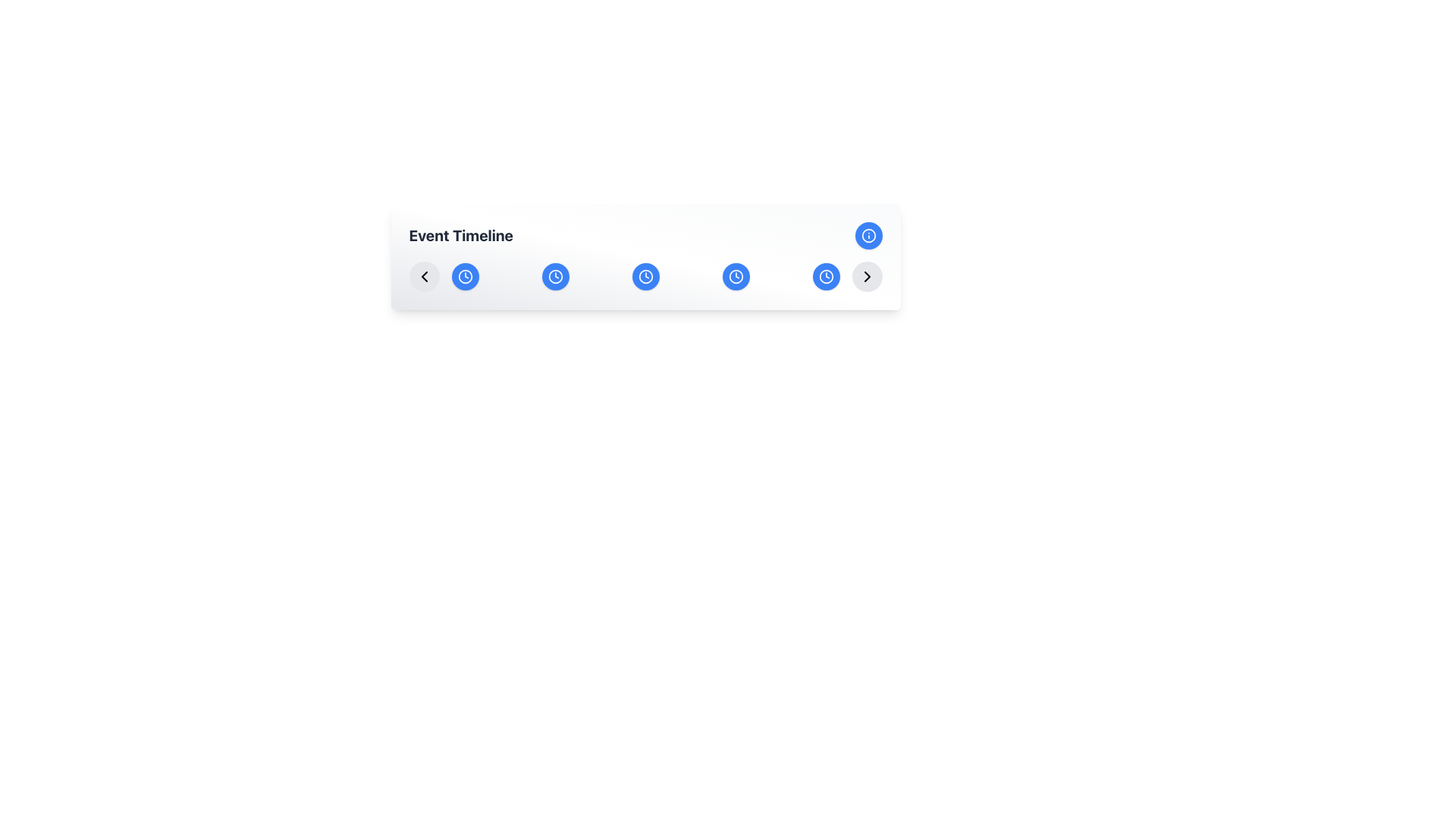  I want to click on the fifth SVG icon depicting a clock in the 'Event Timeline' section, so click(645, 277).